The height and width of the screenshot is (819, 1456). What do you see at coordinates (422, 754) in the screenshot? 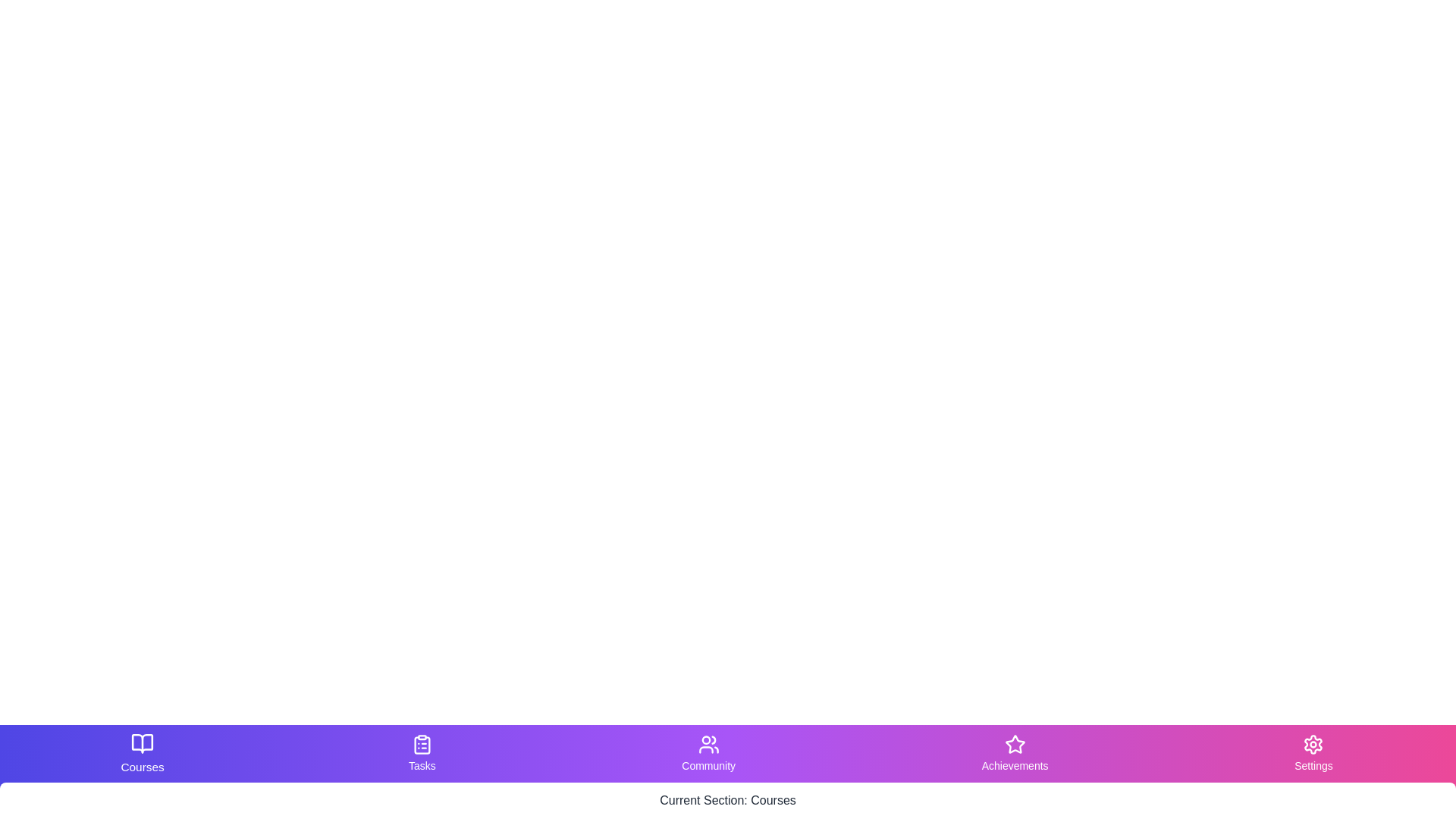
I see `the Tasks tab` at bounding box center [422, 754].